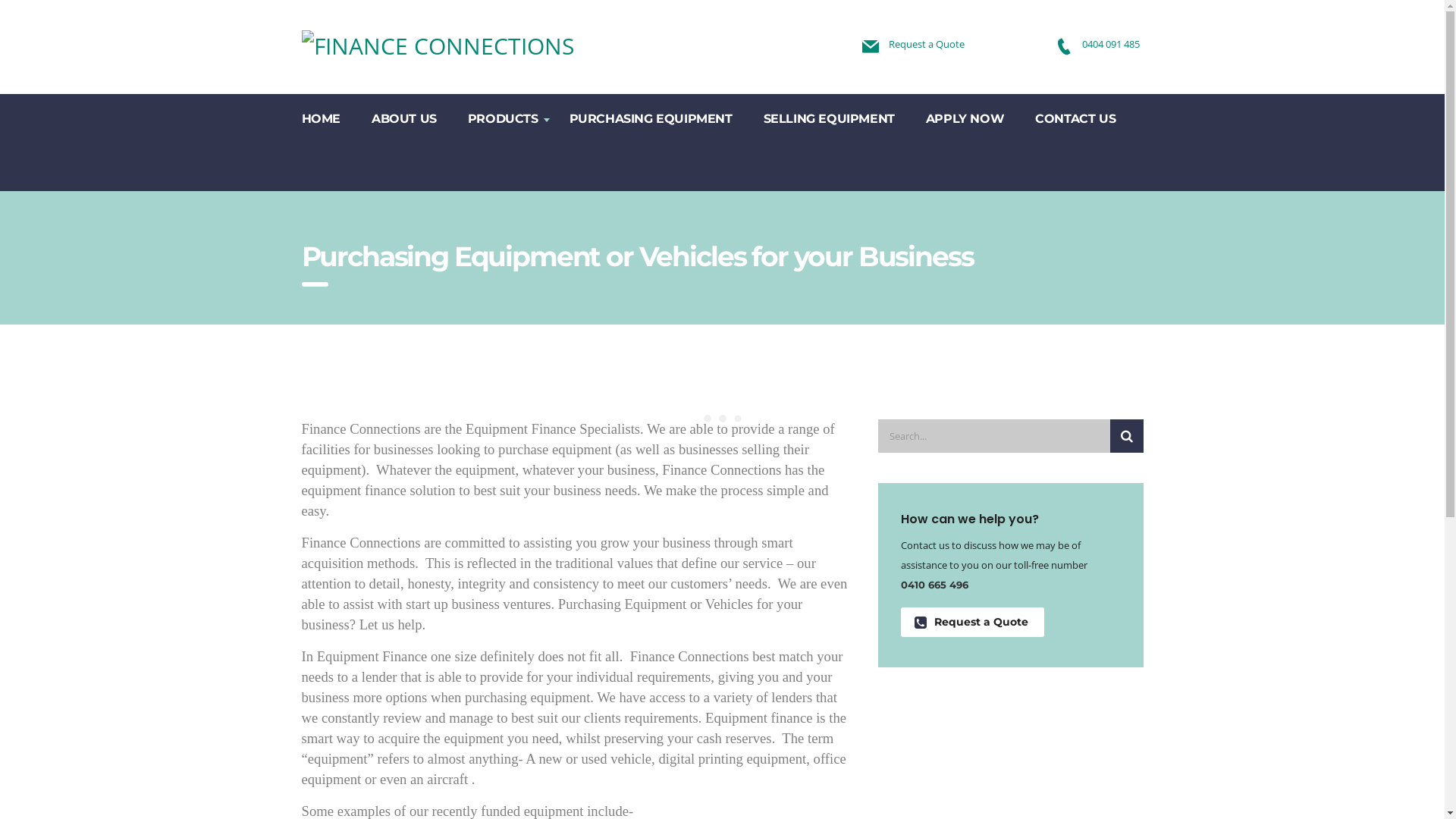 The image size is (1456, 819). What do you see at coordinates (320, 117) in the screenshot?
I see `'HOME'` at bounding box center [320, 117].